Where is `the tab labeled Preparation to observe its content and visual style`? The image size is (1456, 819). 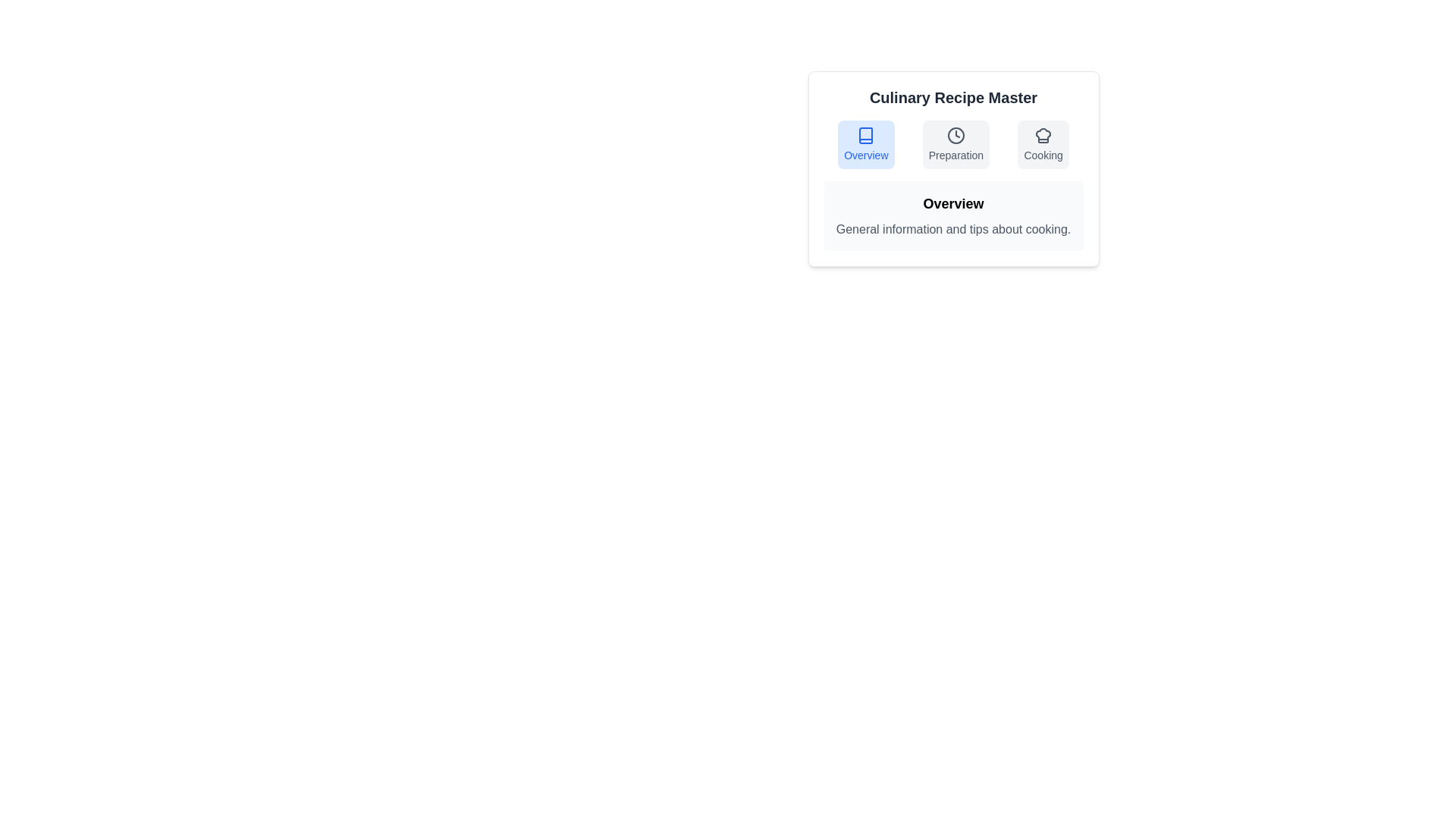 the tab labeled Preparation to observe its content and visual style is located at coordinates (954, 145).